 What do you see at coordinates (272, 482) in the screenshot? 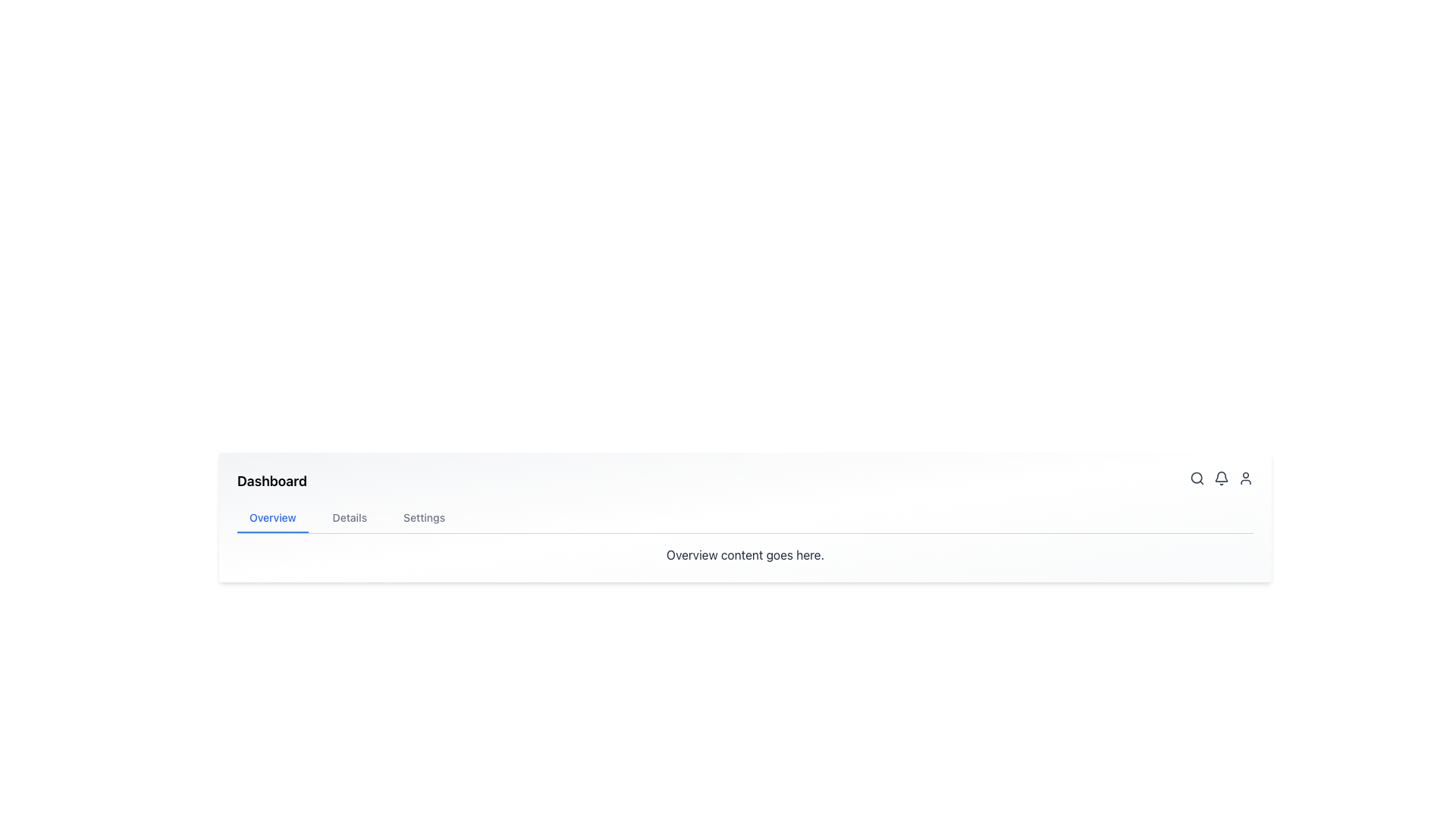
I see `the bold and prominent 'Dashboard' static text positioned on the left-hand side of the top bar` at bounding box center [272, 482].